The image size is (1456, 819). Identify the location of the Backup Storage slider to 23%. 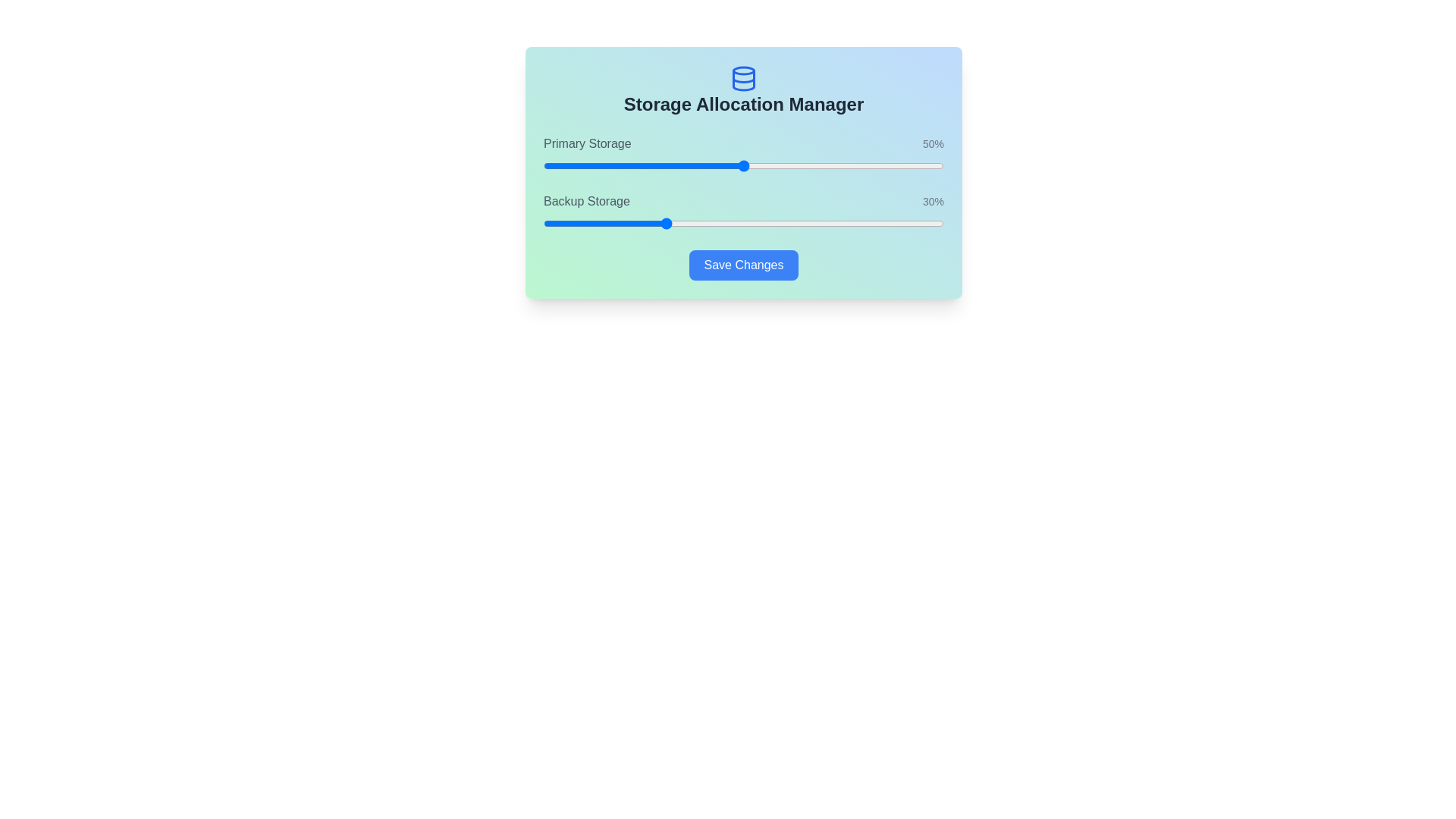
(635, 223).